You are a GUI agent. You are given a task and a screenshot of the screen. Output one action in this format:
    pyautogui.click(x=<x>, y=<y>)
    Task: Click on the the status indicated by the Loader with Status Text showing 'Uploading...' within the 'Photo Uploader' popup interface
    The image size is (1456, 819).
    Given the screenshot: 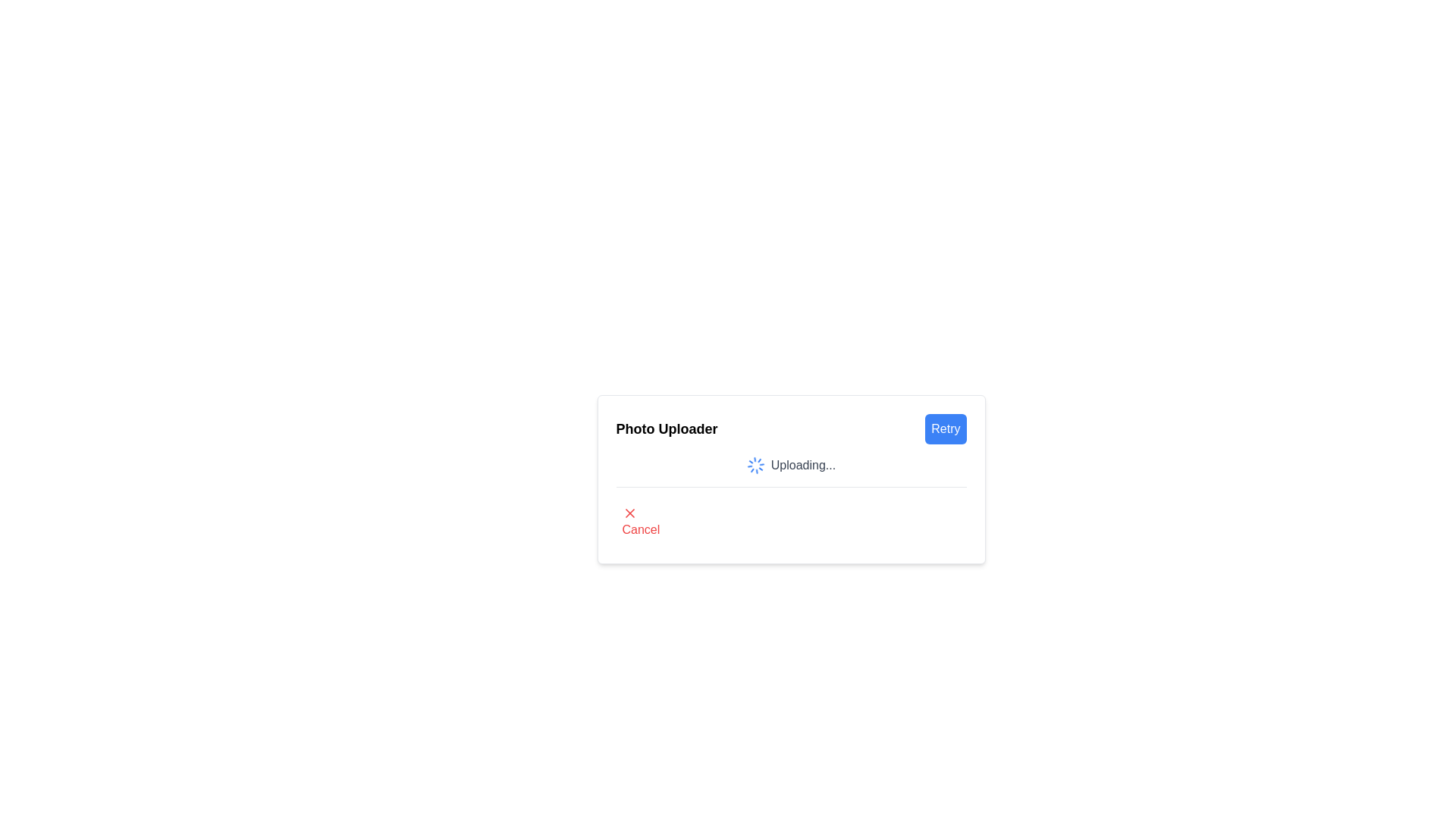 What is the action you would take?
    pyautogui.click(x=790, y=464)
    